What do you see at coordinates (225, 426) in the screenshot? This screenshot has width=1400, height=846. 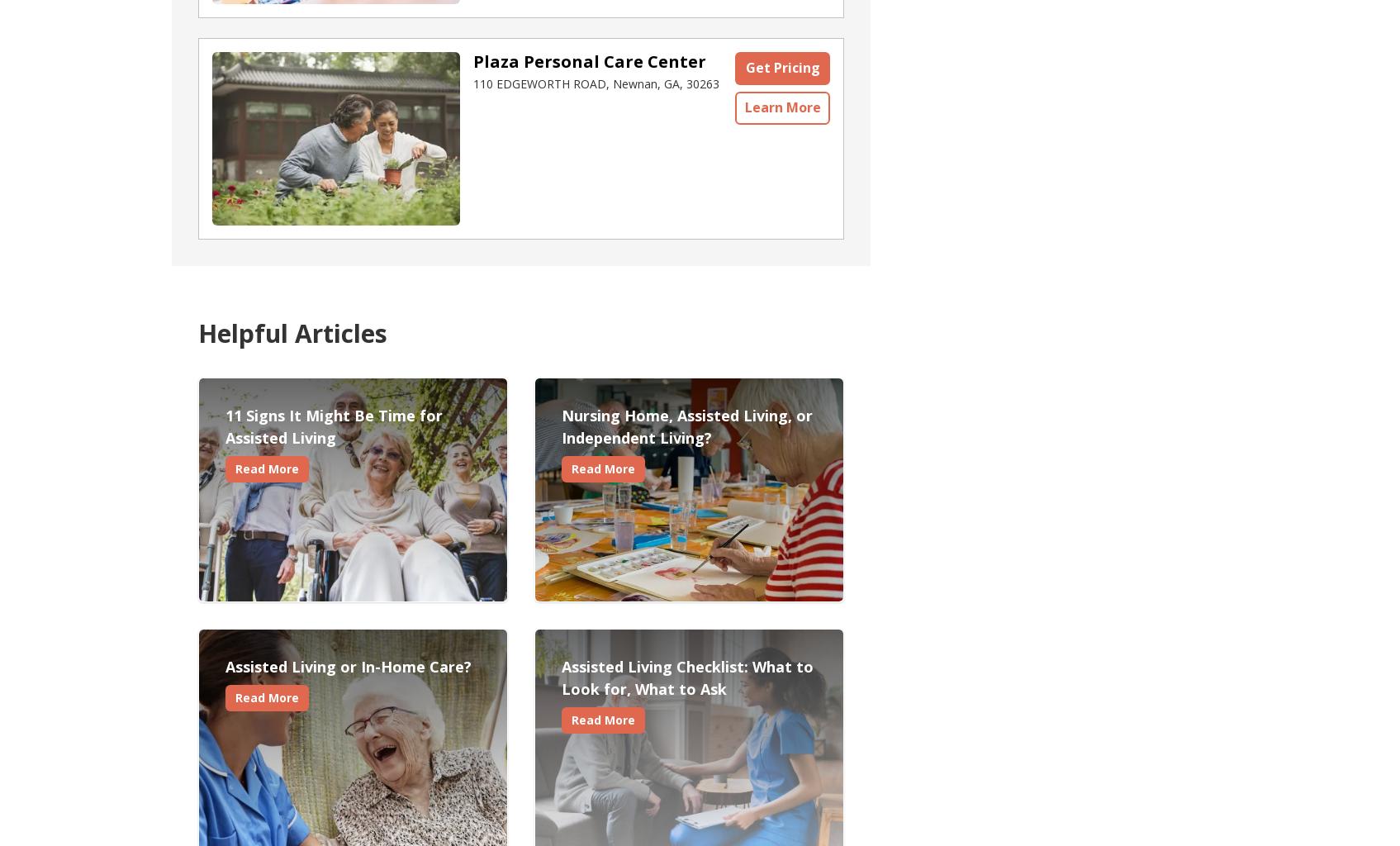 I see `'11 Signs It Might Be Time for Assisted Living'` at bounding box center [225, 426].